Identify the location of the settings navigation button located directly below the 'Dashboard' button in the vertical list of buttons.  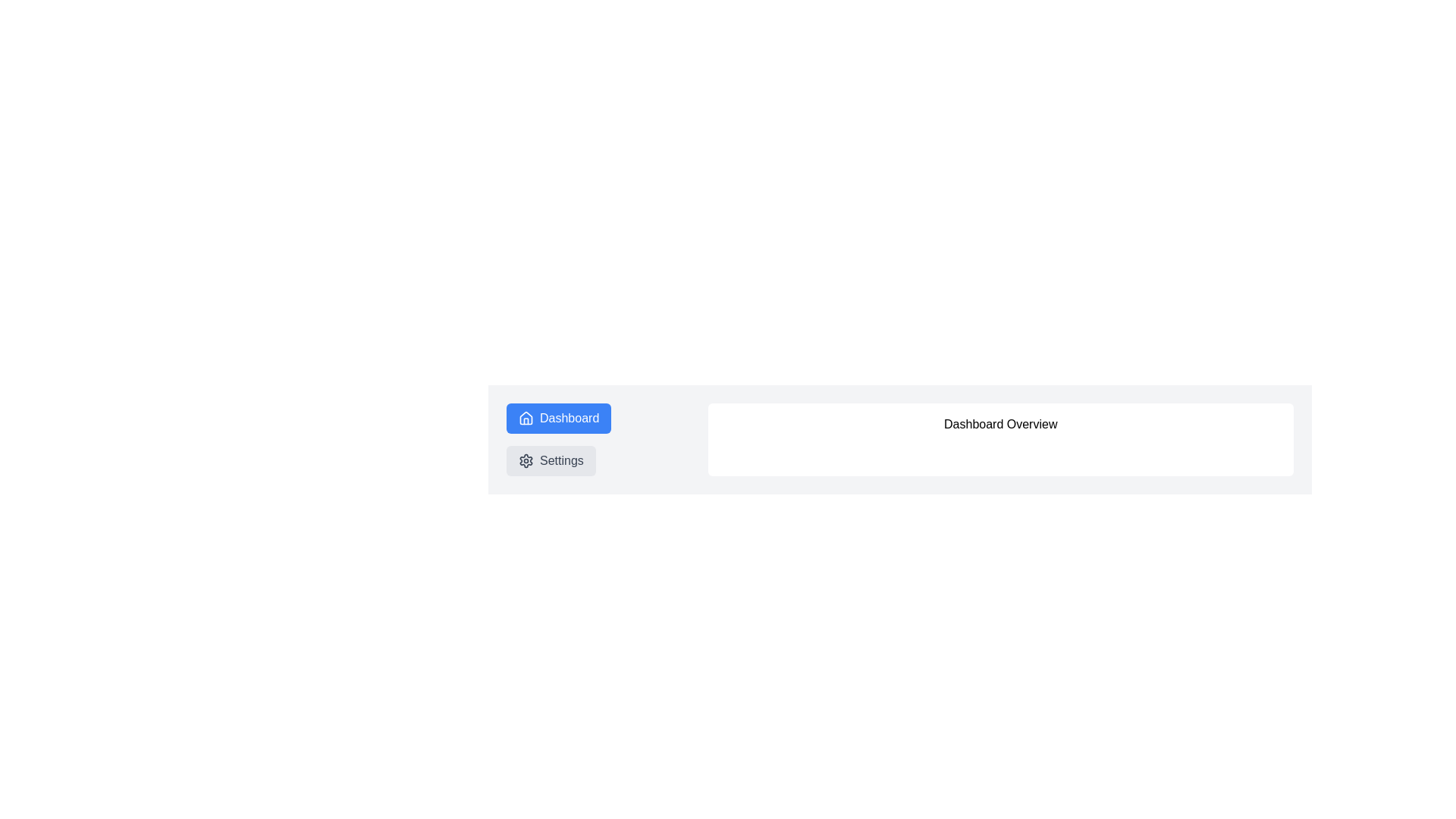
(550, 460).